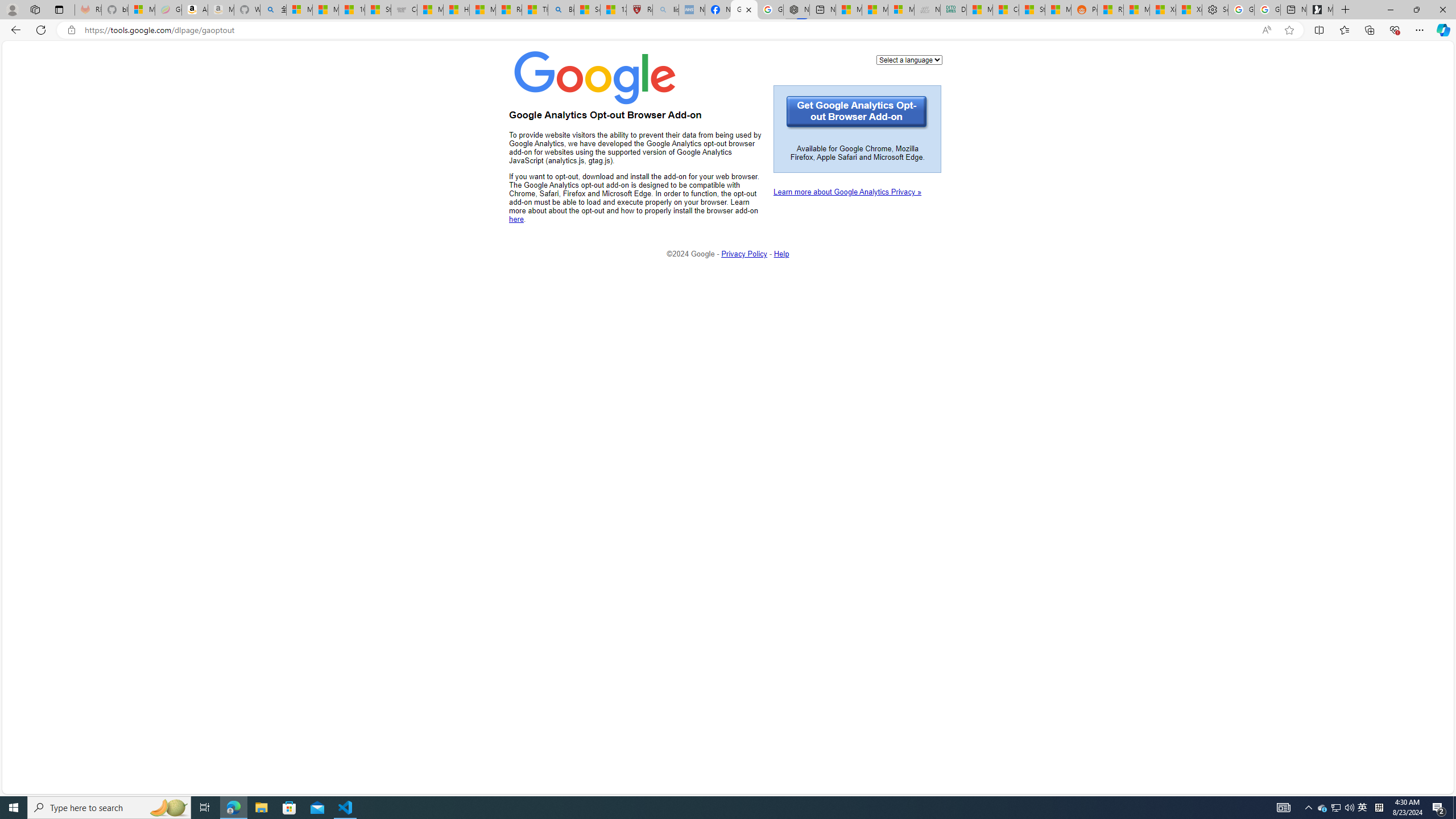 This screenshot has height=819, width=1456. What do you see at coordinates (908, 59) in the screenshot?
I see `'Language'` at bounding box center [908, 59].